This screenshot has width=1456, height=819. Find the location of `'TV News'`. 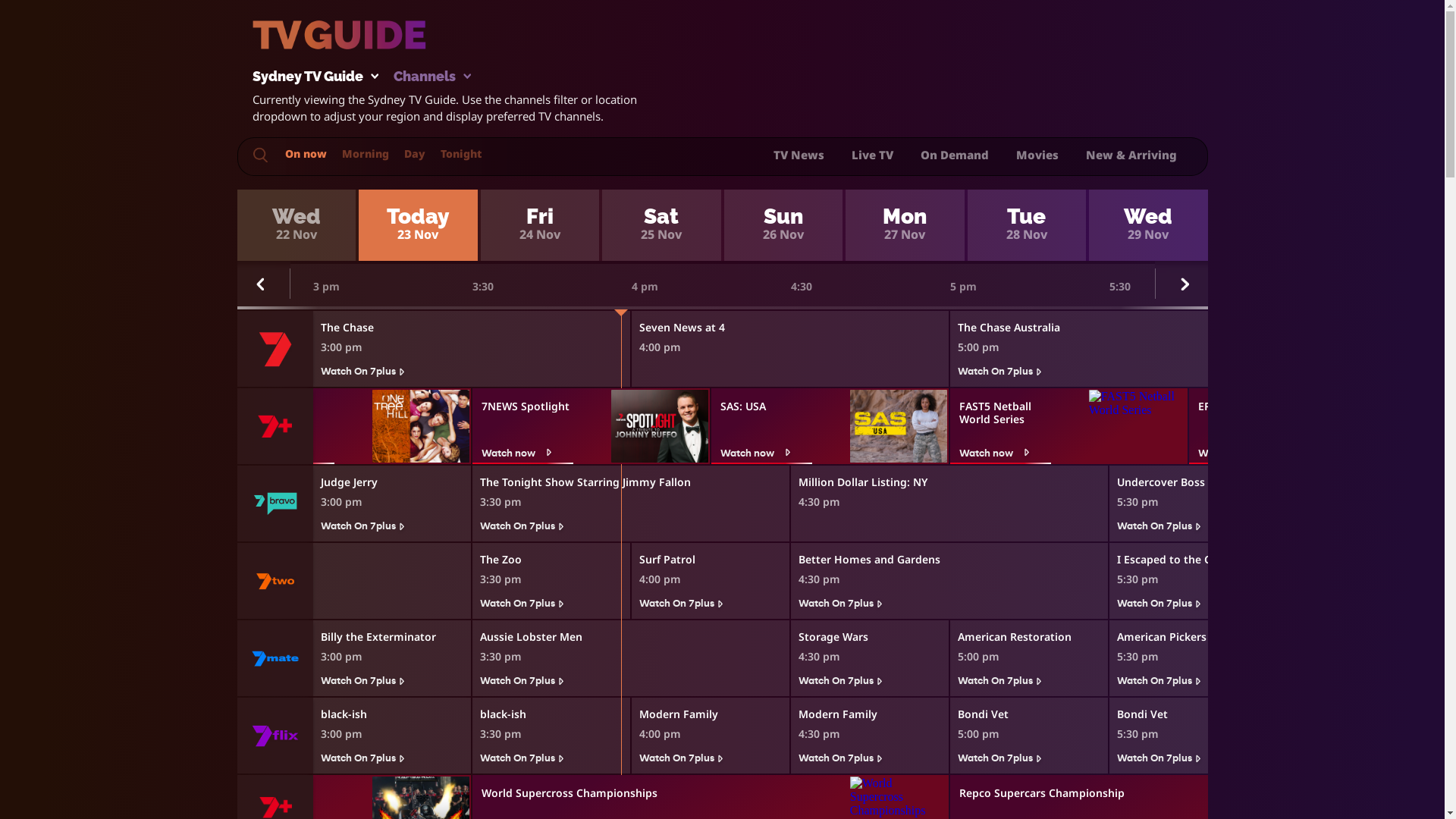

'TV News' is located at coordinates (798, 155).